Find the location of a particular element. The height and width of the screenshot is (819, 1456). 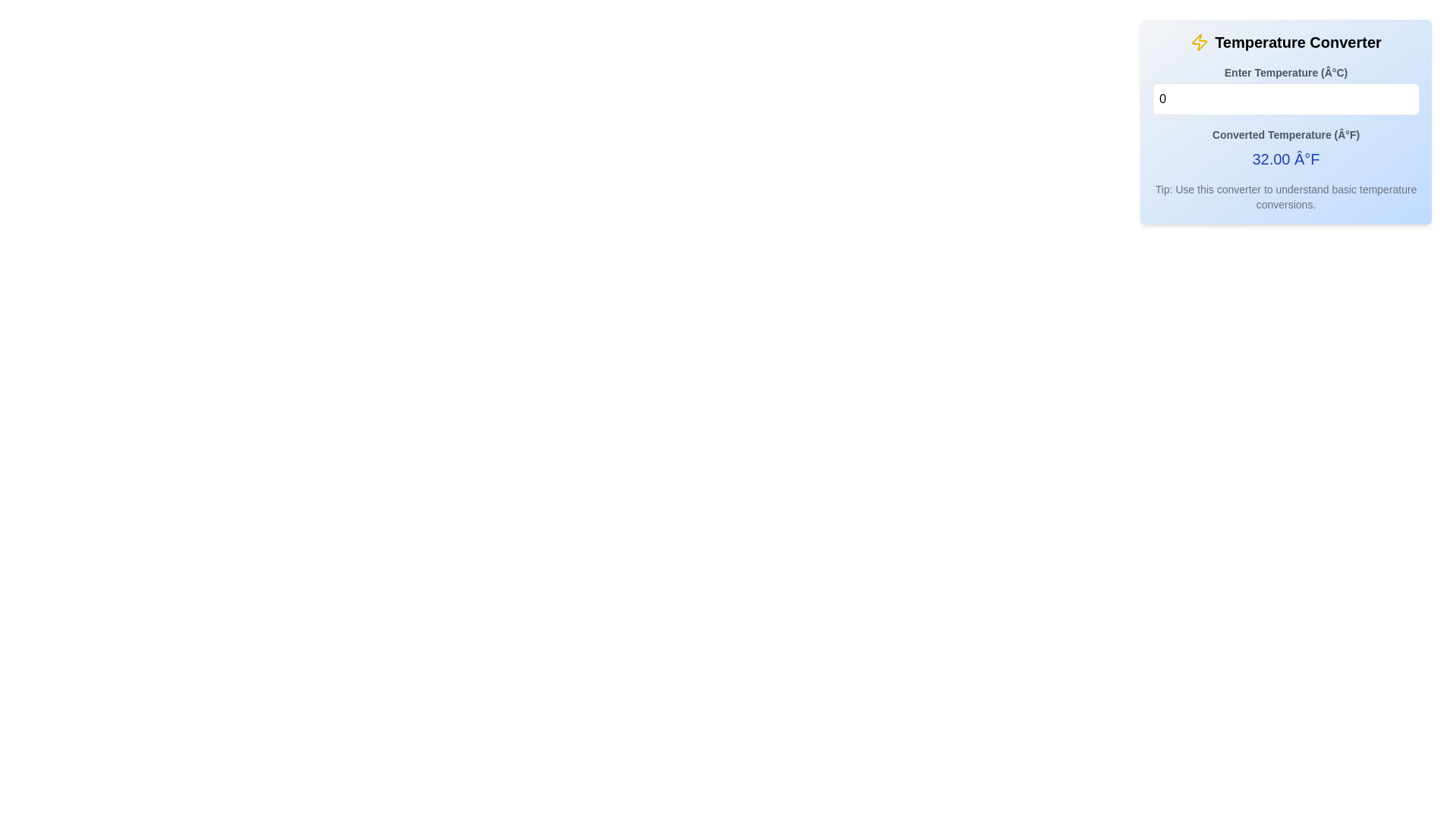

the 'Temperature Converter' text label, which is styled in bold black font and located at the top center of the blue box, adjacent to a yellow lightning icon is located at coordinates (1298, 42).